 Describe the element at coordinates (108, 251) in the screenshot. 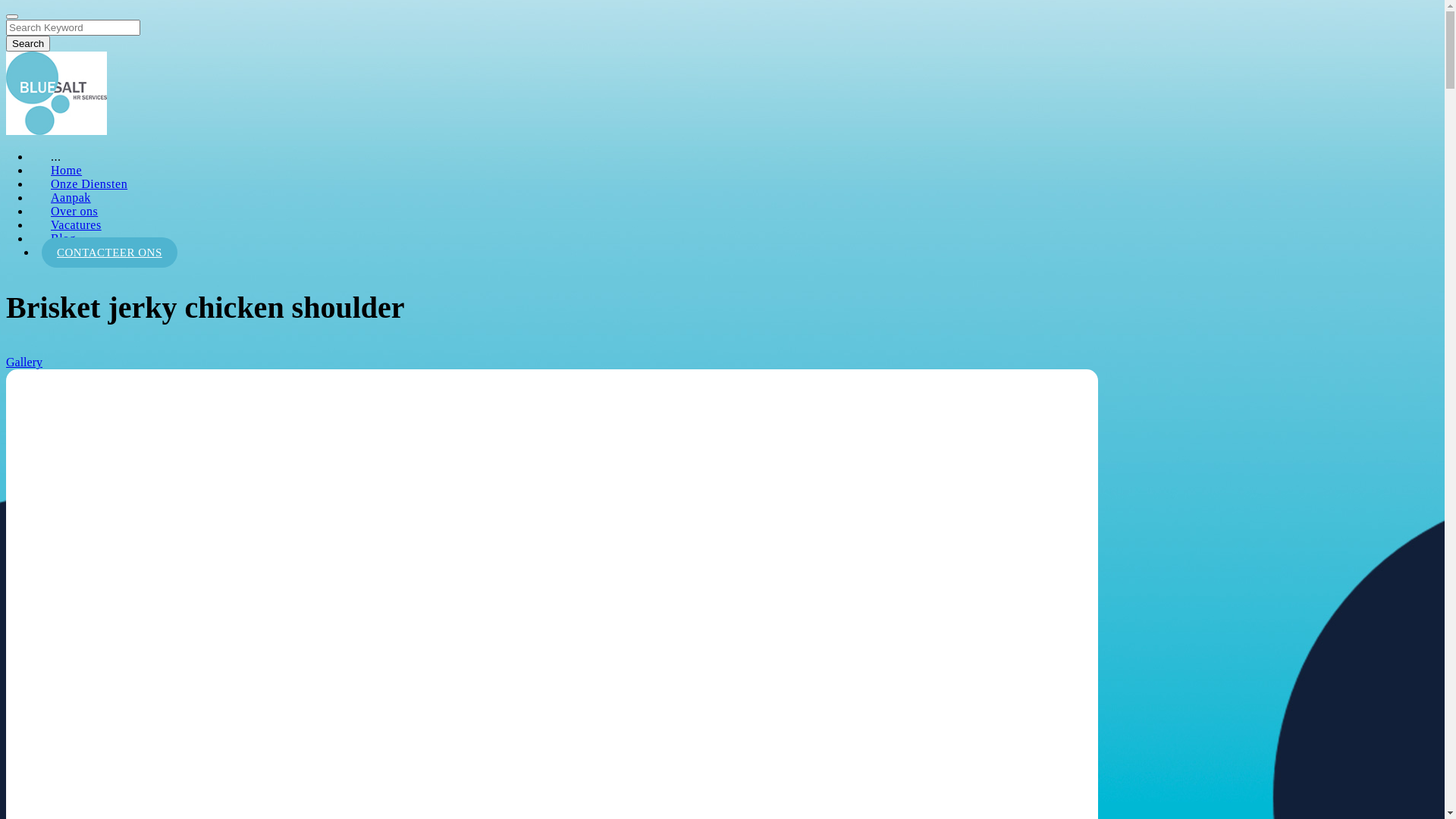

I see `'CONTACTEER ONS'` at that location.